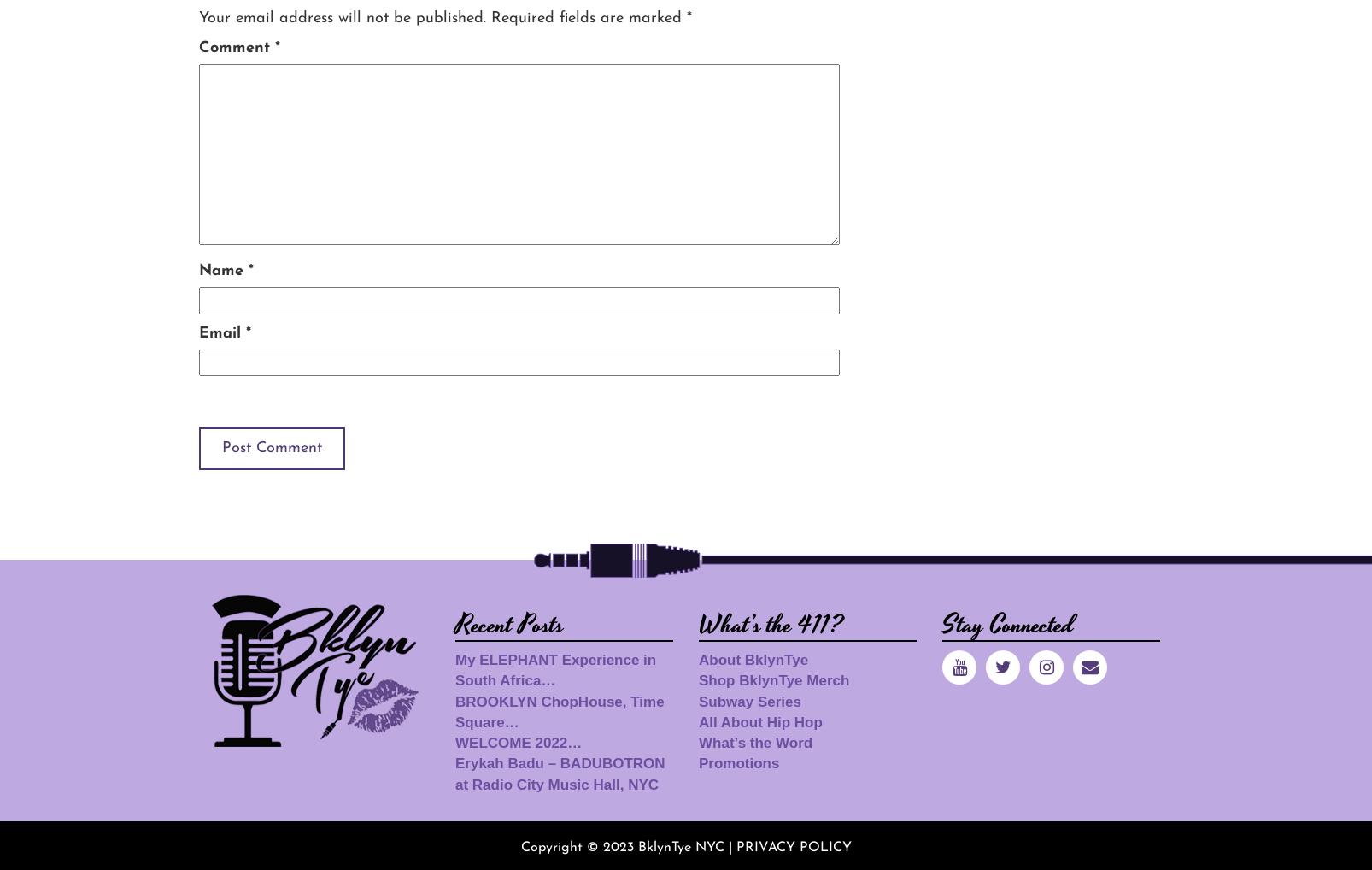 The image size is (1372, 870). I want to click on 'Shop BklynTye Merch', so click(773, 680).